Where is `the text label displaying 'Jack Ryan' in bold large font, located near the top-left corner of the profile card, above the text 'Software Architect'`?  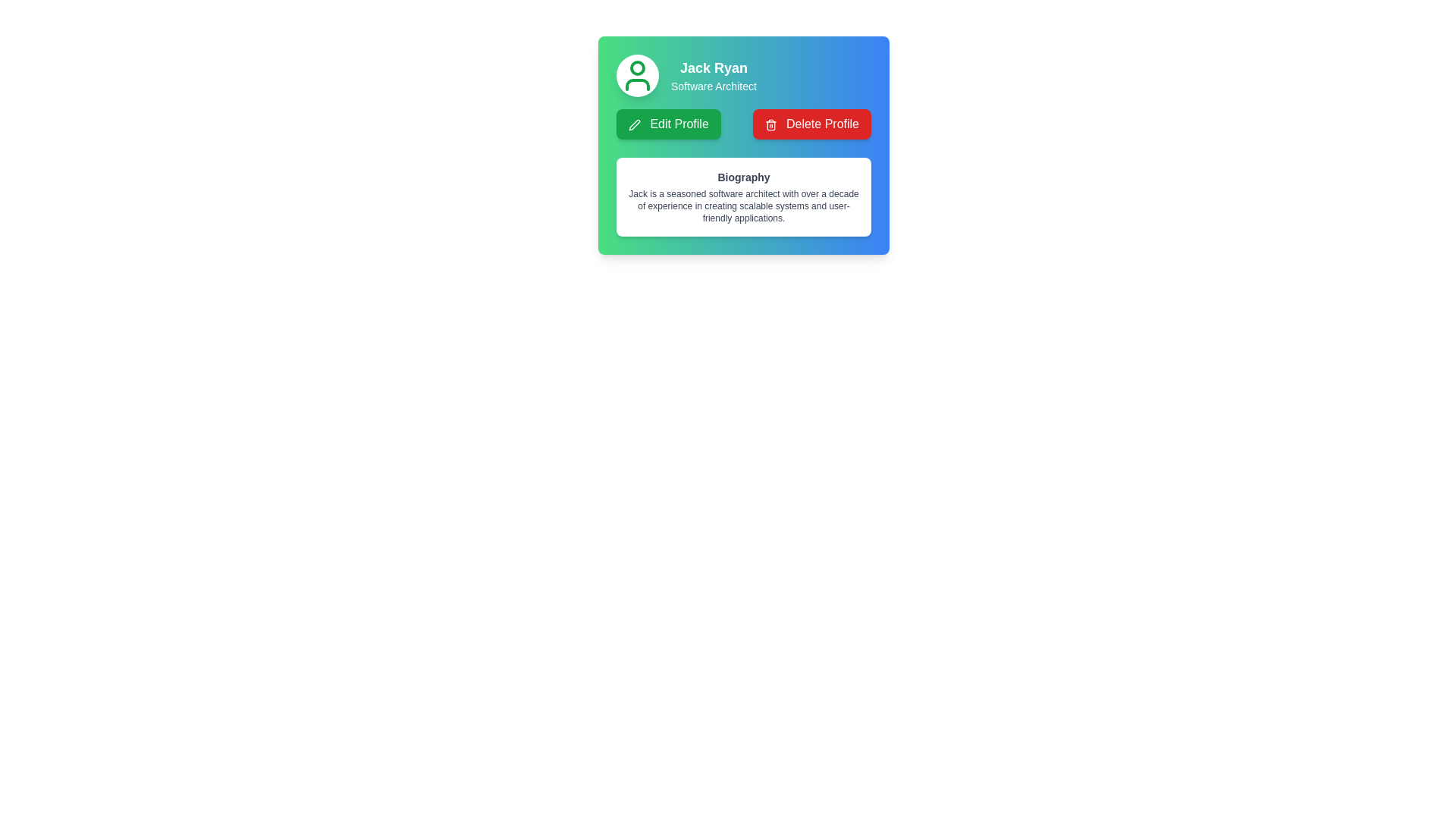
the text label displaying 'Jack Ryan' in bold large font, located near the top-left corner of the profile card, above the text 'Software Architect' is located at coordinates (713, 67).